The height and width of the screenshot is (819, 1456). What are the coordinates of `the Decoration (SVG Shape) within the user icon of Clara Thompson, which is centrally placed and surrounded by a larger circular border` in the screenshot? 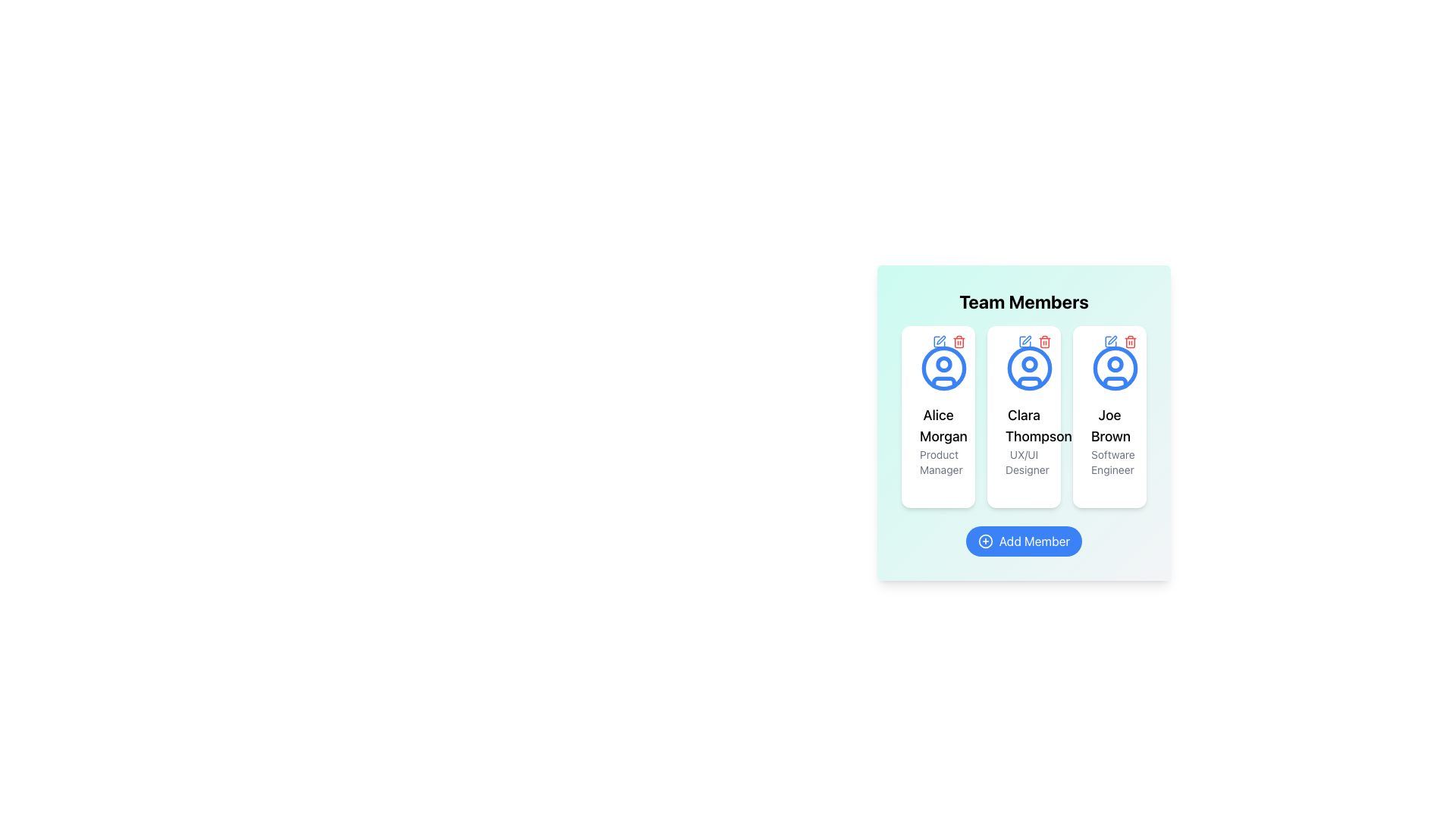 It's located at (1030, 363).